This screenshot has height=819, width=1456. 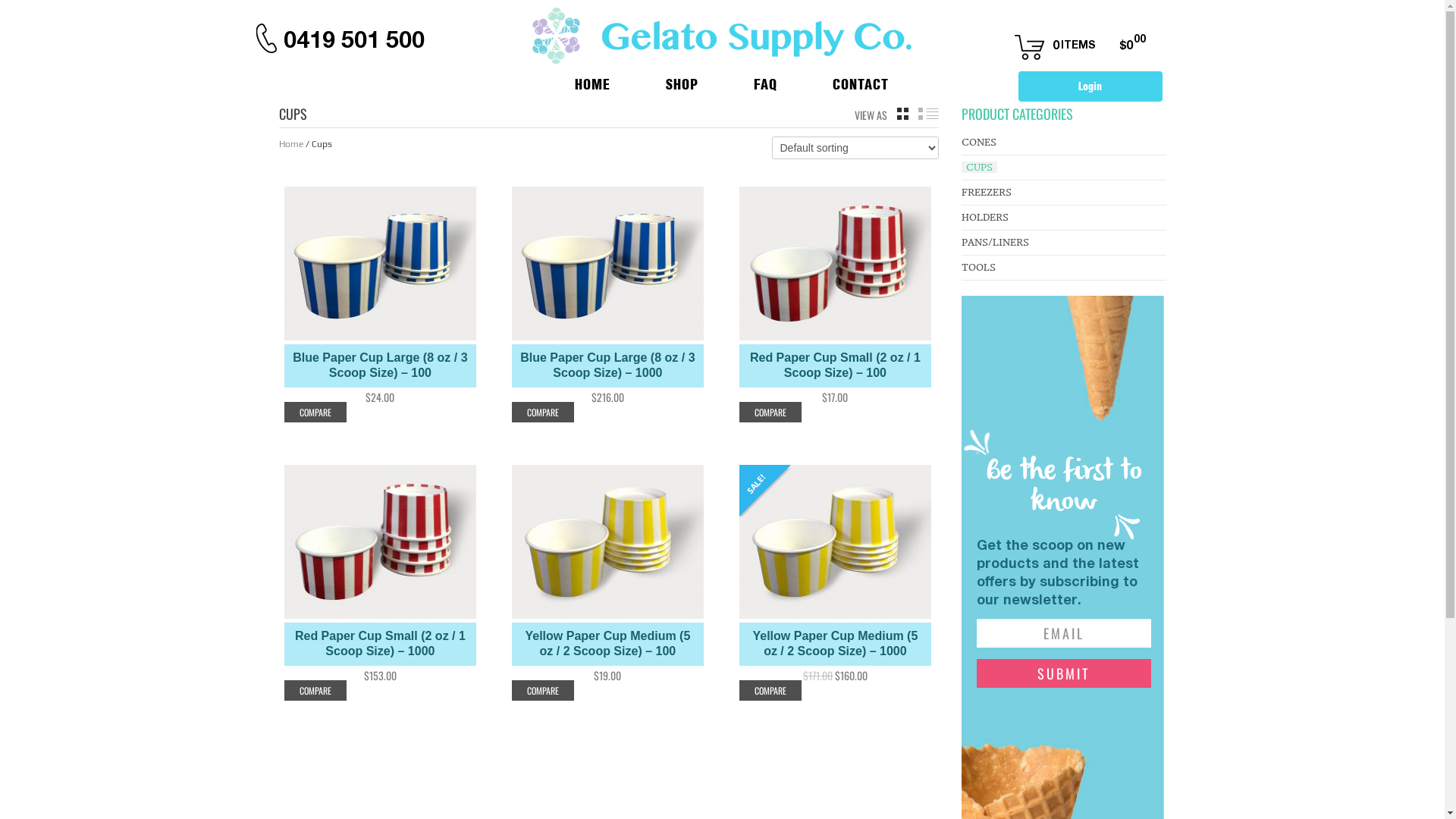 I want to click on 'CUPS', so click(x=979, y=167).